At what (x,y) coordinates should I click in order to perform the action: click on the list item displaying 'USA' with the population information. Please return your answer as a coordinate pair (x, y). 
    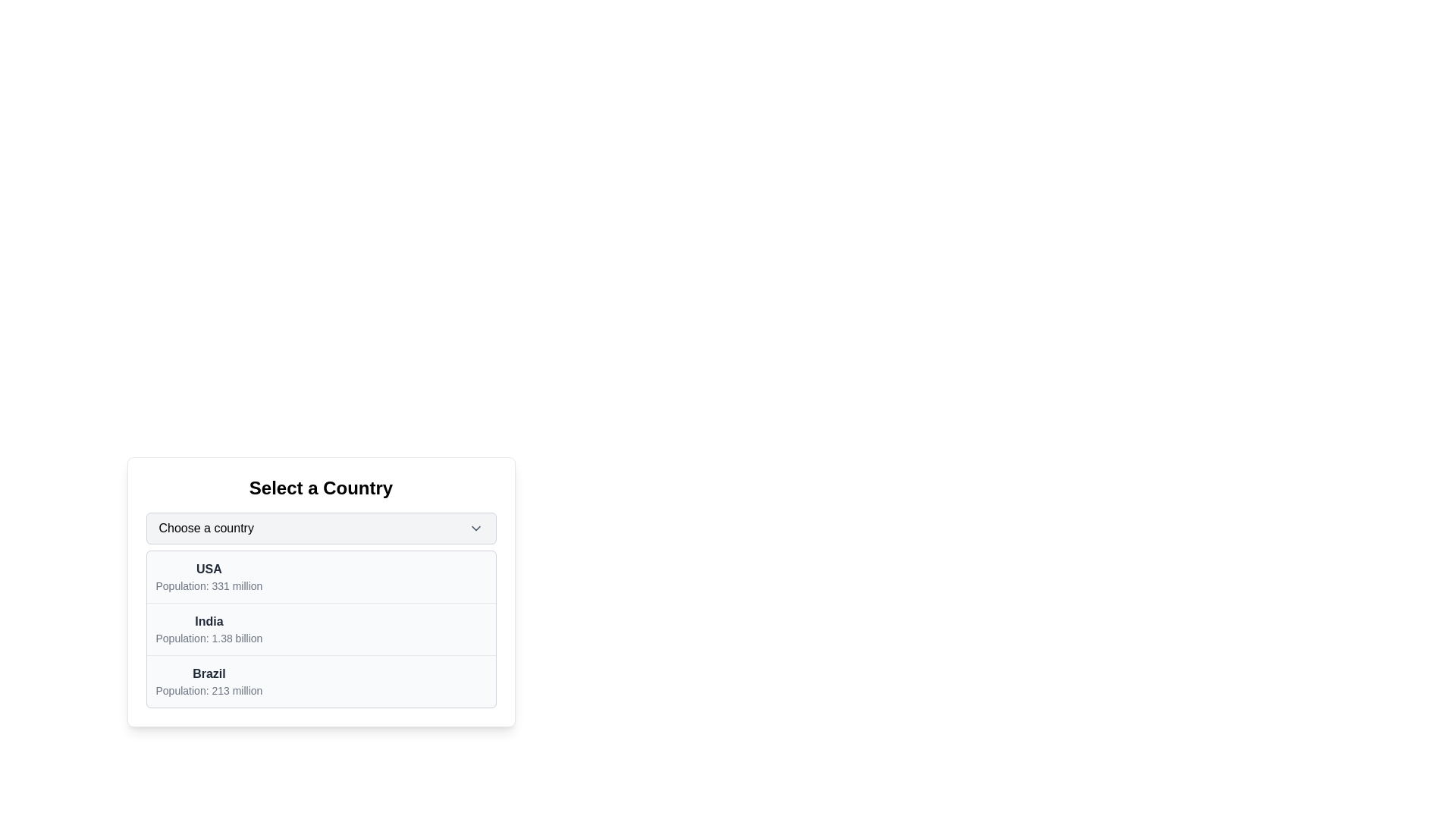
    Looking at the image, I should click on (320, 577).